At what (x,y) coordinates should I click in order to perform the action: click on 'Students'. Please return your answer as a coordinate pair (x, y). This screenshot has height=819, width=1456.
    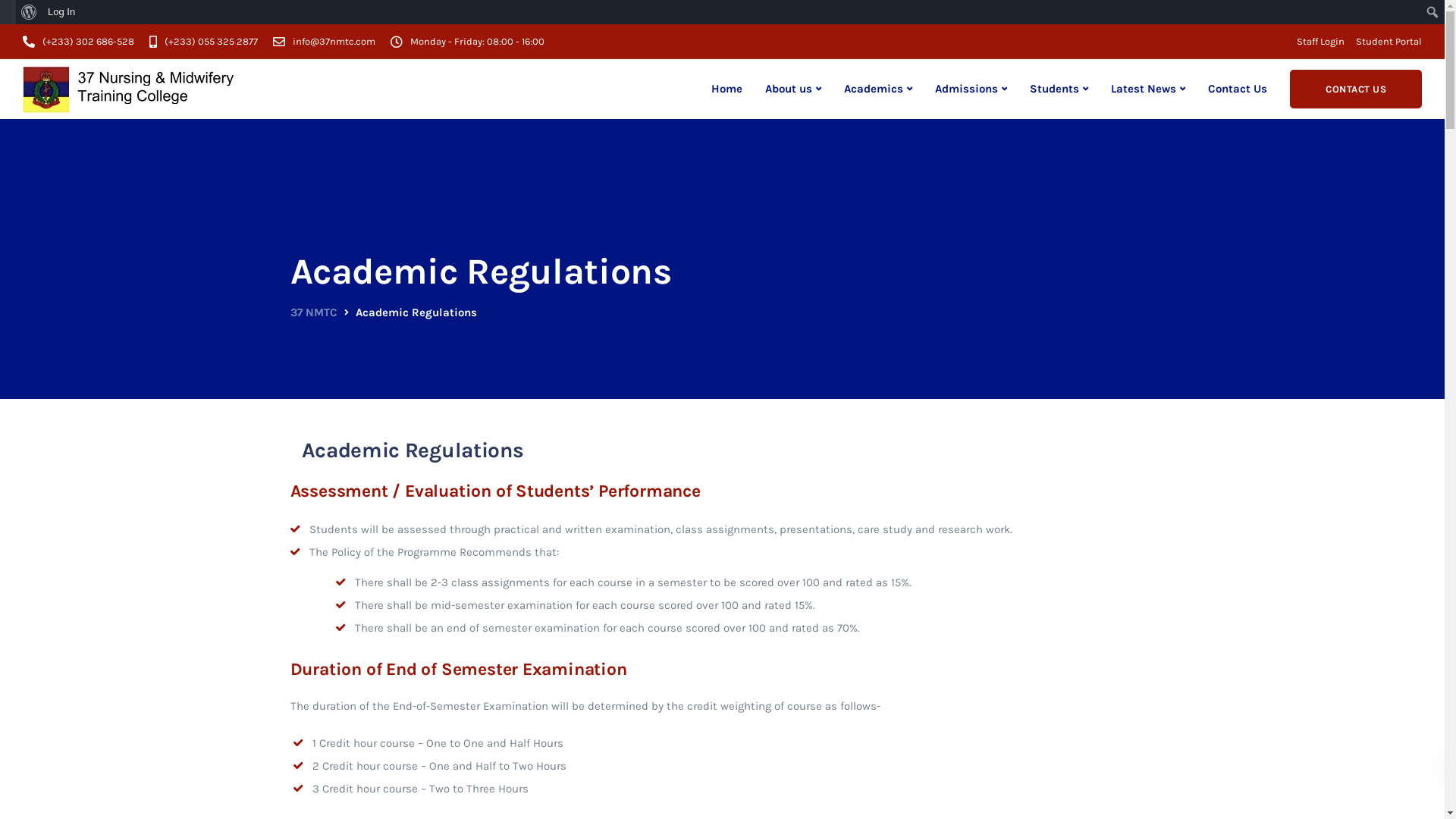
    Looking at the image, I should click on (1058, 89).